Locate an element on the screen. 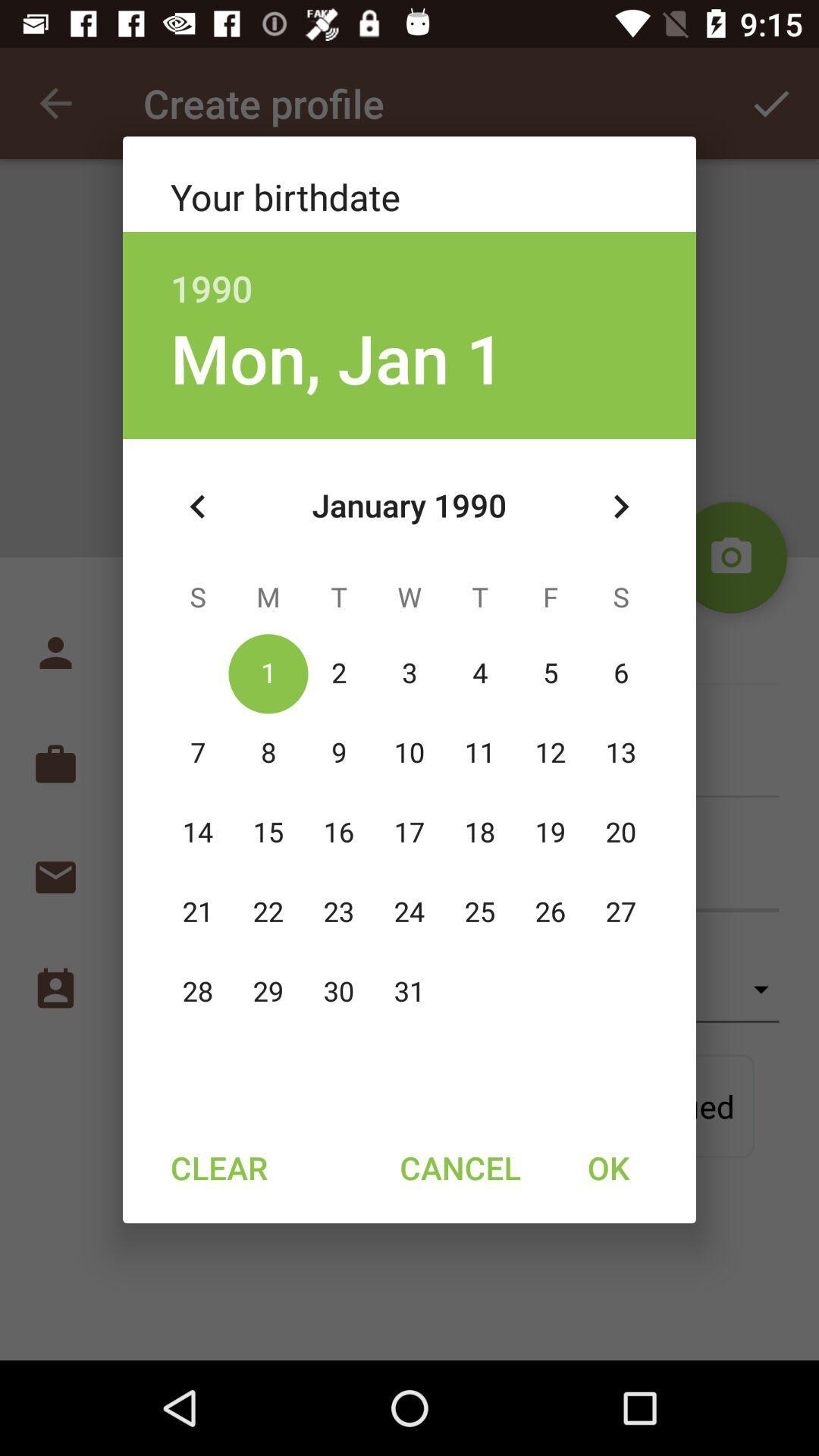 This screenshot has width=819, height=1456. icon at the bottom right corner is located at coordinates (607, 1166).